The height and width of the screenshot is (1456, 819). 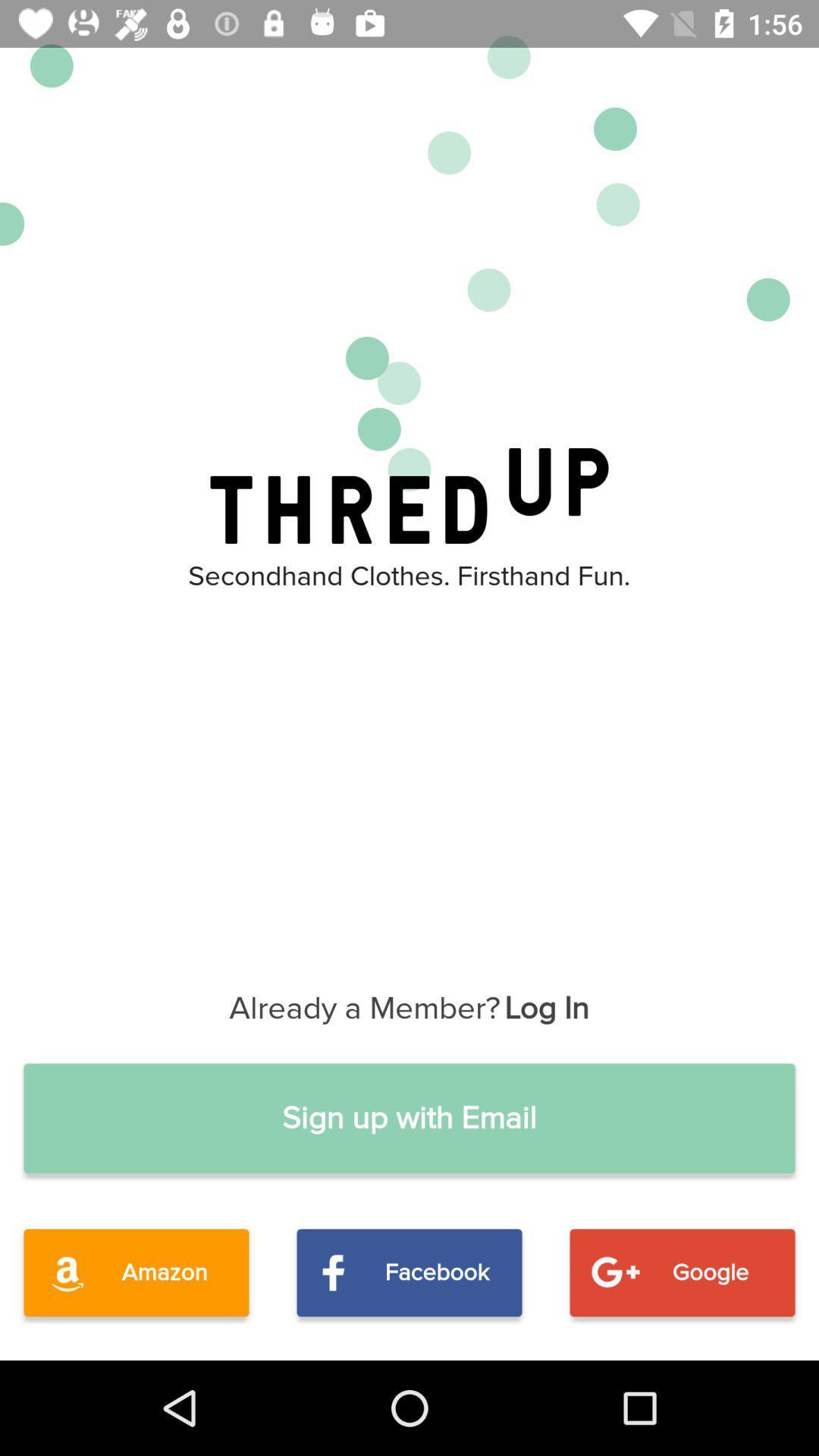 What do you see at coordinates (681, 1272) in the screenshot?
I see `the icon next to facebook` at bounding box center [681, 1272].